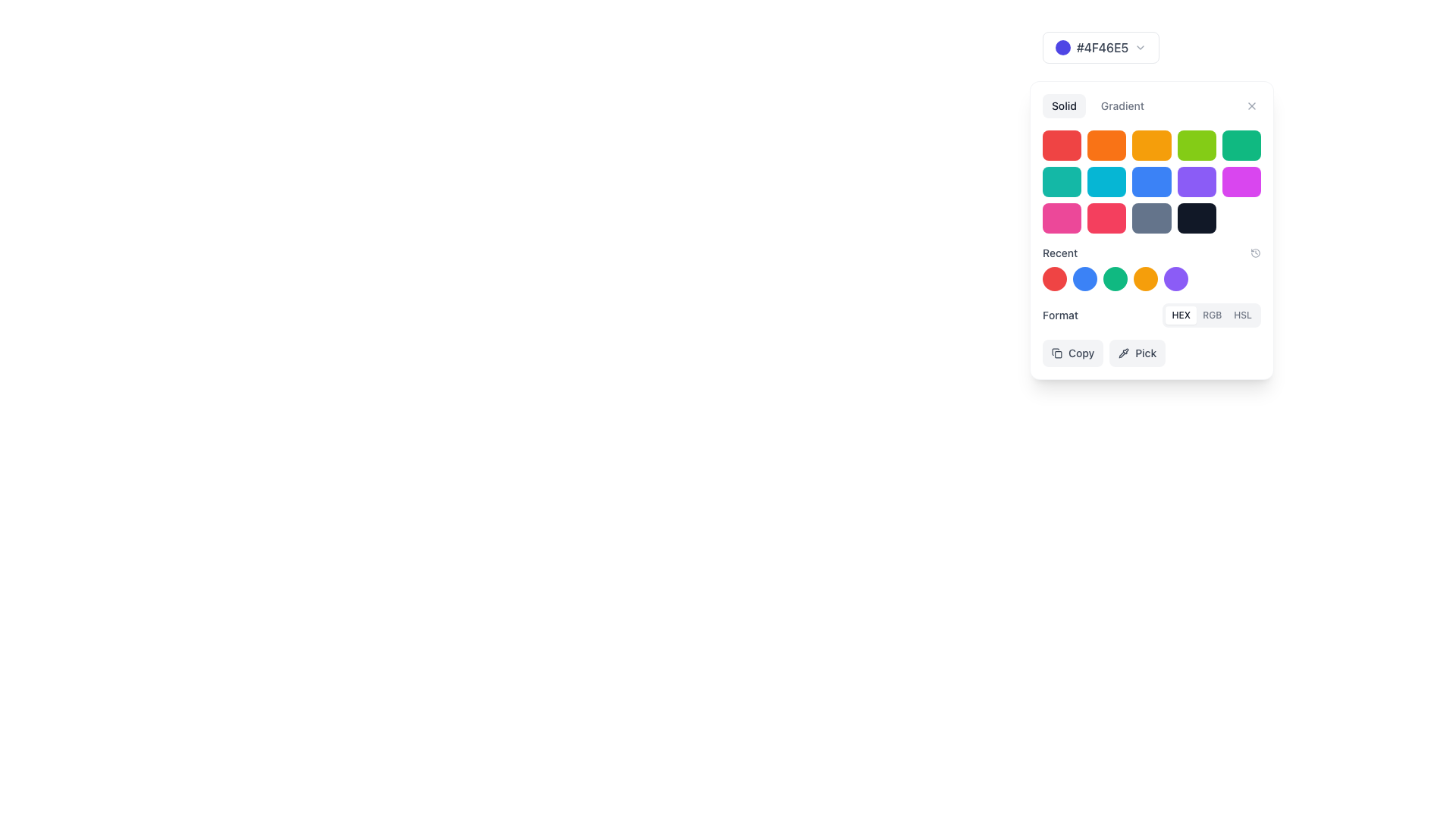 The height and width of the screenshot is (819, 1456). What do you see at coordinates (1241, 218) in the screenshot?
I see `the button located in the fifth column of the third row, which has a white background and rounded corners` at bounding box center [1241, 218].